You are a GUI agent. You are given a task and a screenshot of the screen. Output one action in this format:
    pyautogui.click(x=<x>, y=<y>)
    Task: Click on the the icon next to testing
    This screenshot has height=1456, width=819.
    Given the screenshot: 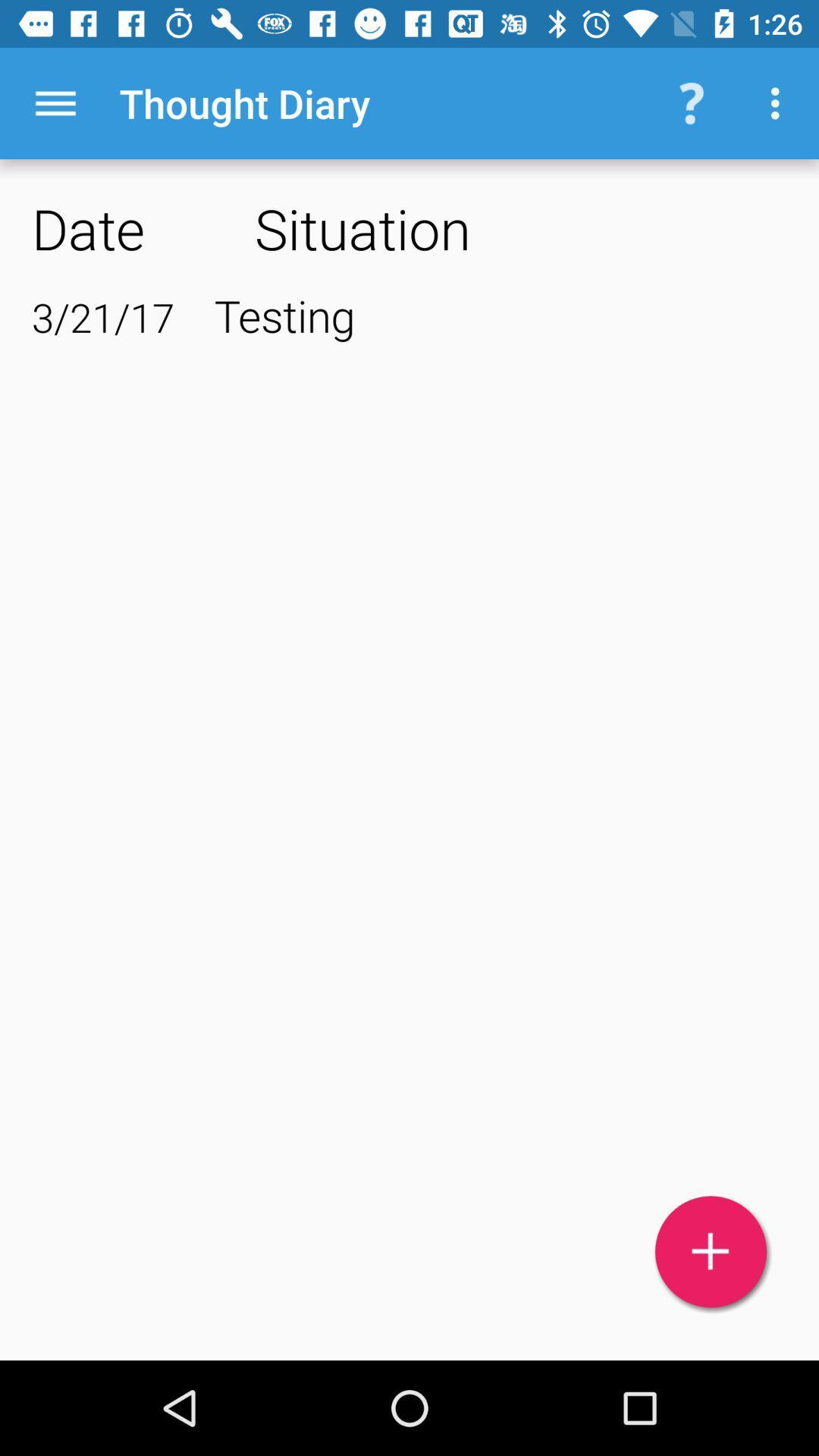 What is the action you would take?
    pyautogui.click(x=102, y=316)
    